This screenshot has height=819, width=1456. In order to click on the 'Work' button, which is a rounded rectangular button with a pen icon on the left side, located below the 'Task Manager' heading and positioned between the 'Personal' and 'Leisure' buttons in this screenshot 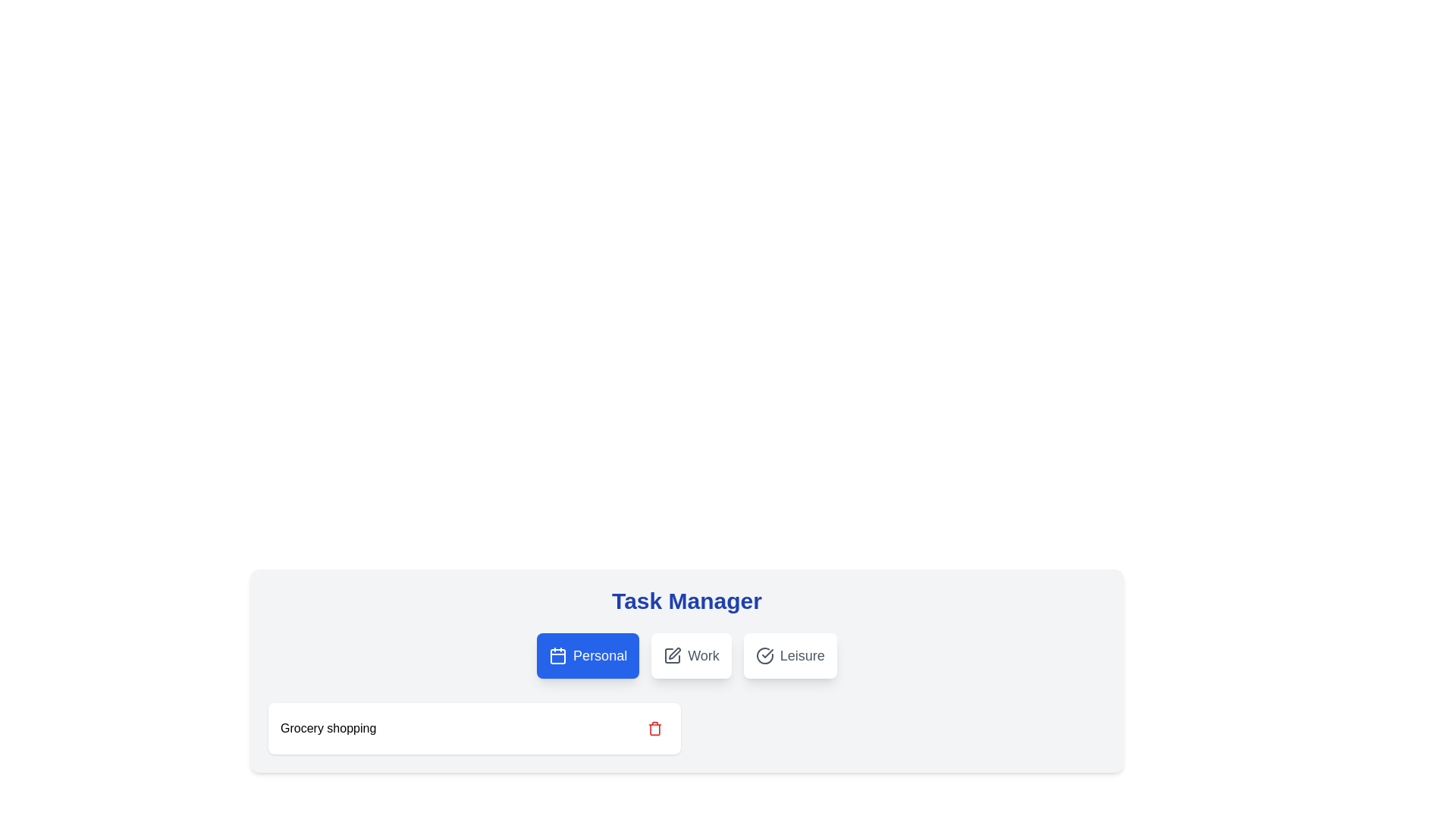, I will do `click(691, 654)`.